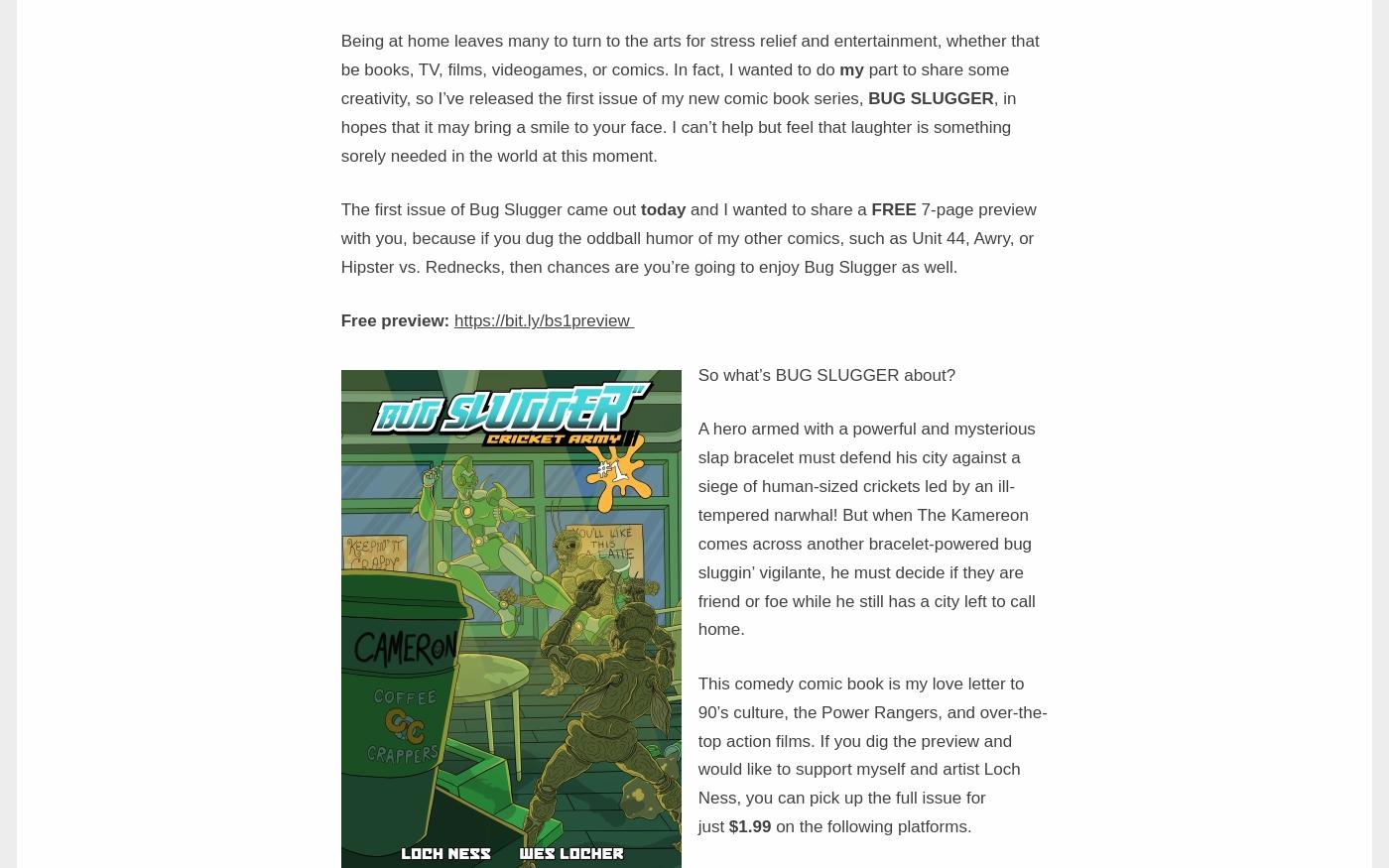 The height and width of the screenshot is (868, 1389). What do you see at coordinates (674, 83) in the screenshot?
I see `'part to share some creativity, so I’ve released the first issue of my new comic book series,'` at bounding box center [674, 83].